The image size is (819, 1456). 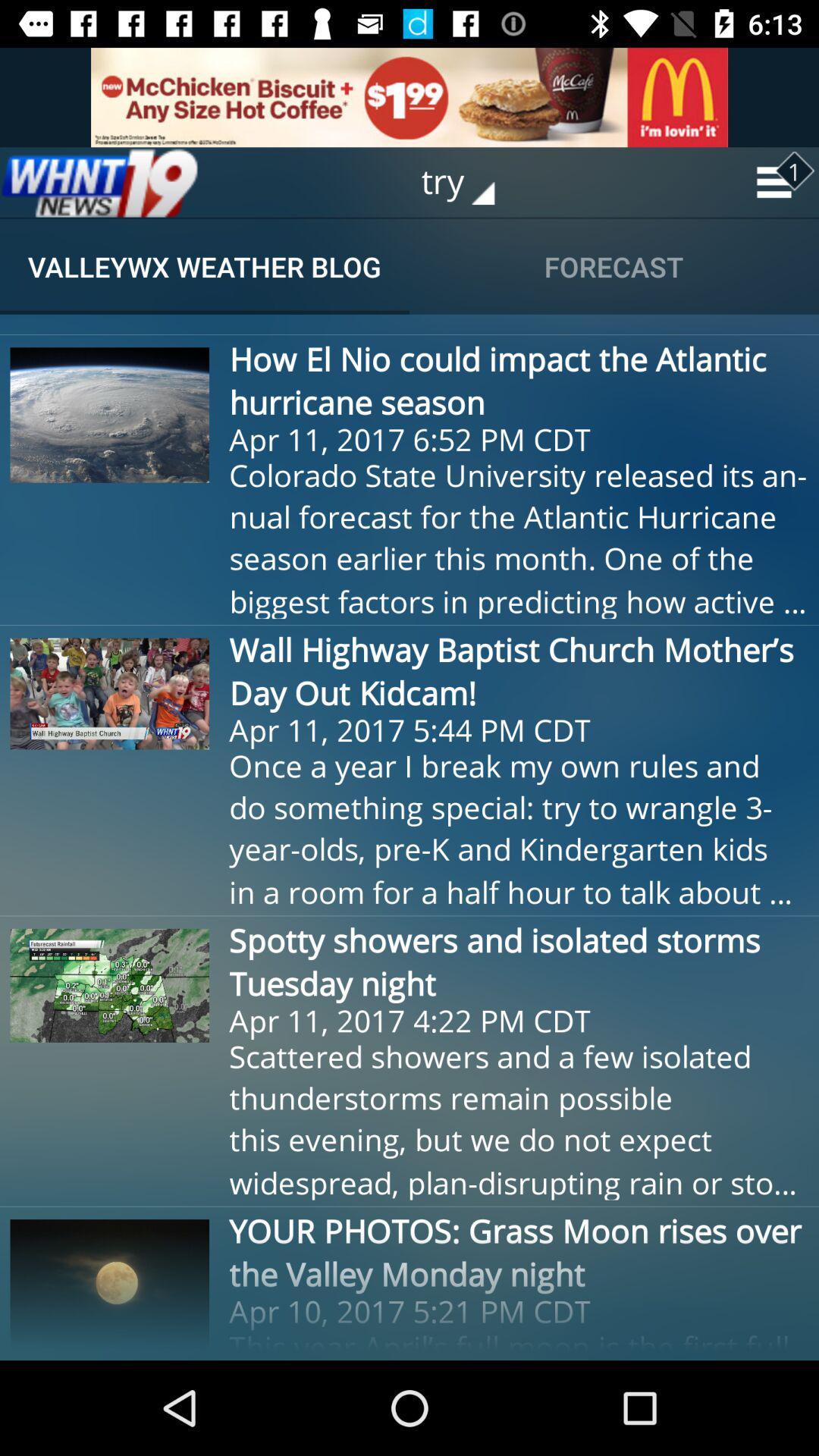 I want to click on the image which is under the valleywx weather blog, so click(x=109, y=415).